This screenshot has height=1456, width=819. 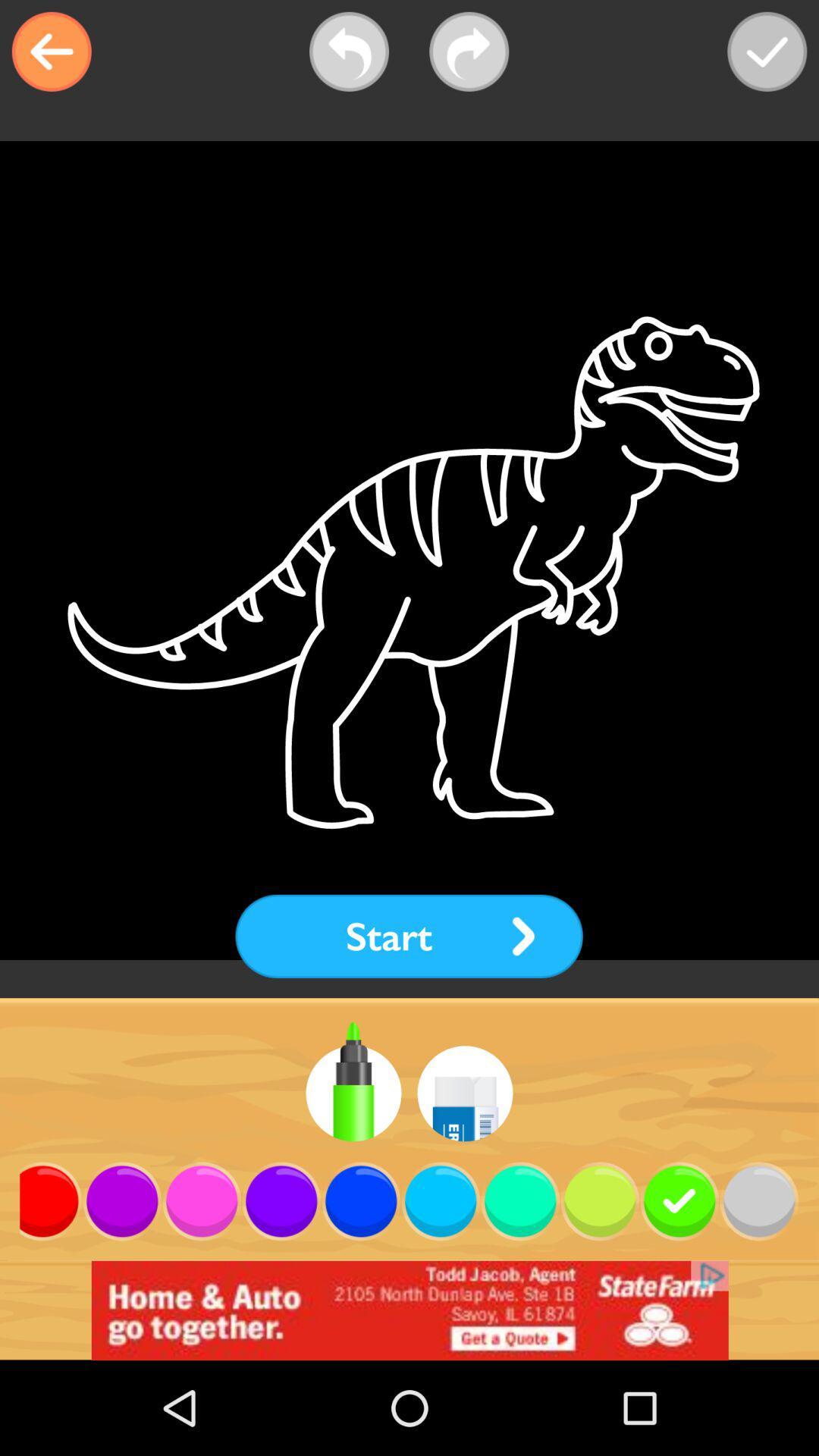 What do you see at coordinates (767, 52) in the screenshot?
I see `finish picture` at bounding box center [767, 52].